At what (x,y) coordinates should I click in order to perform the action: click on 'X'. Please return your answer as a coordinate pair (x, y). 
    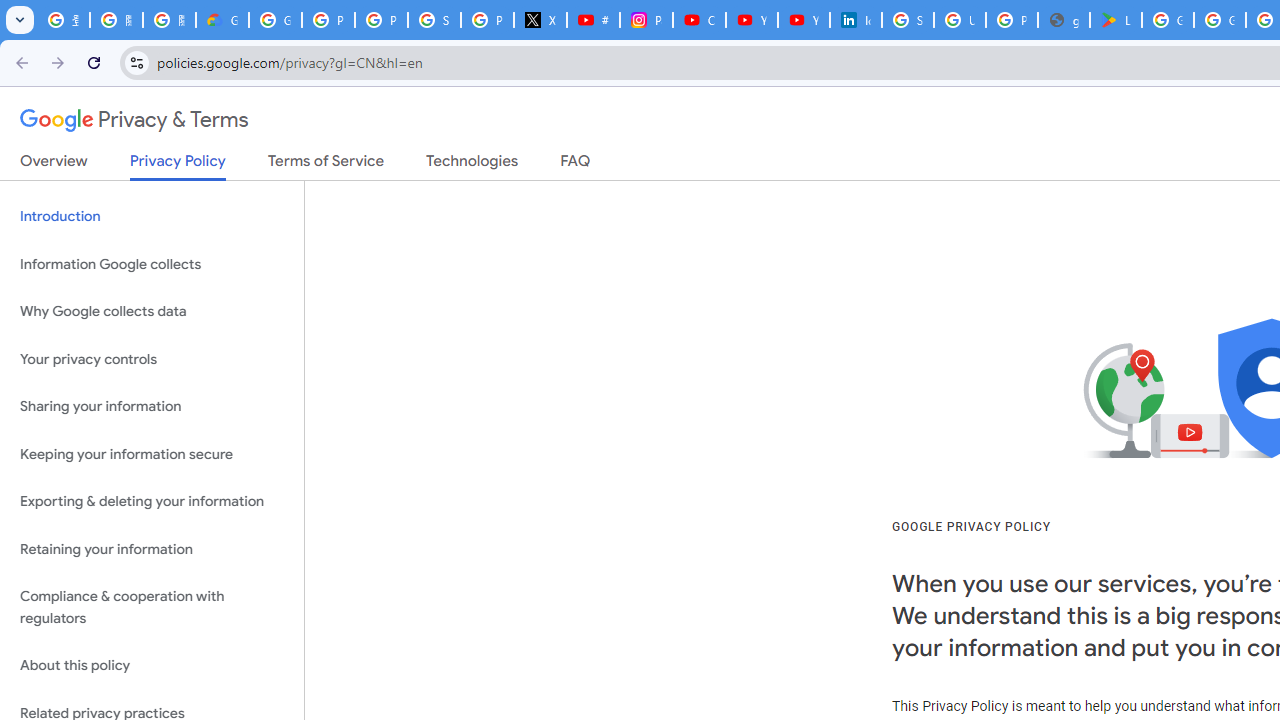
    Looking at the image, I should click on (540, 20).